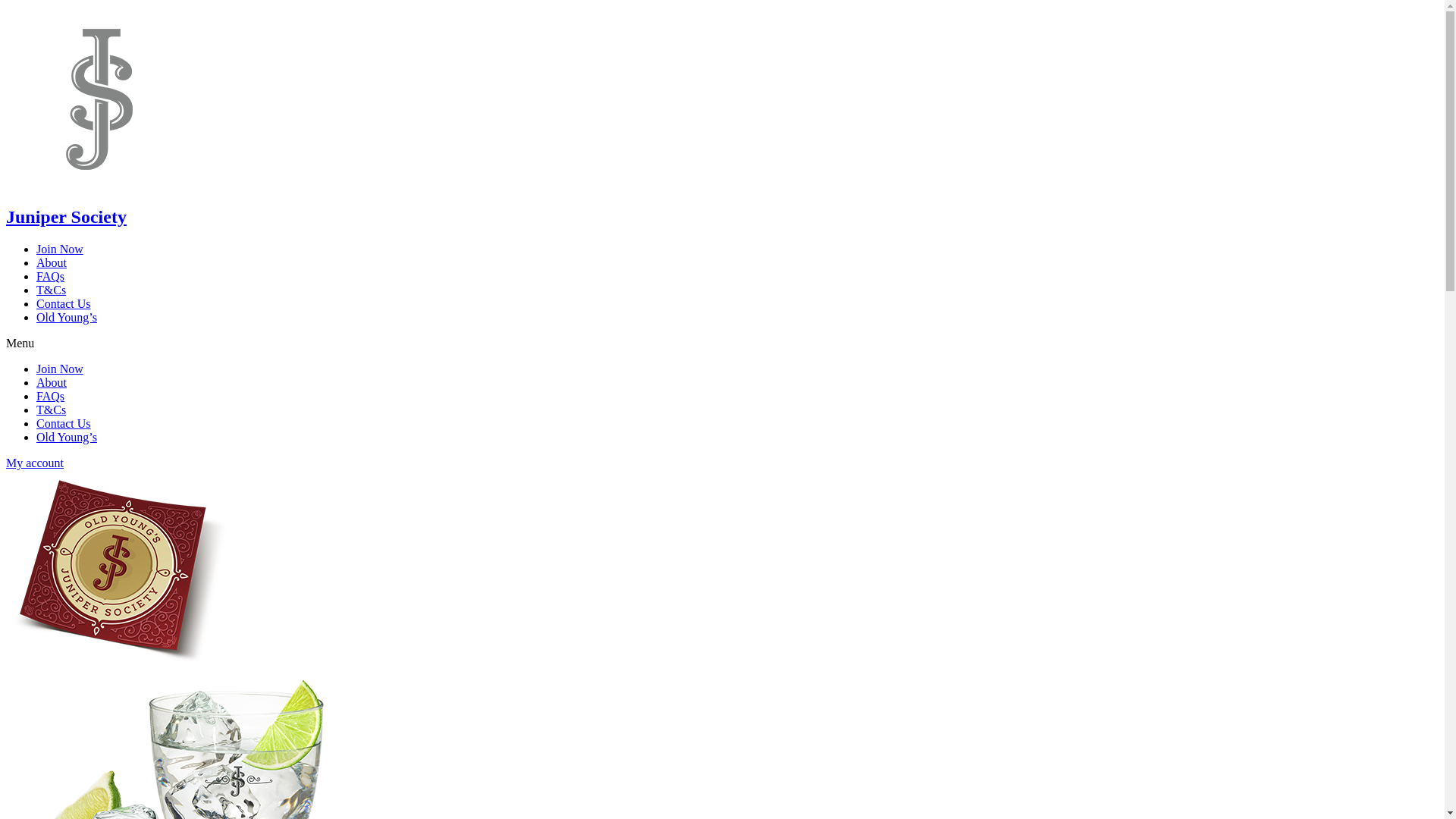 The height and width of the screenshot is (819, 1456). What do you see at coordinates (36, 303) in the screenshot?
I see `'Contact Us'` at bounding box center [36, 303].